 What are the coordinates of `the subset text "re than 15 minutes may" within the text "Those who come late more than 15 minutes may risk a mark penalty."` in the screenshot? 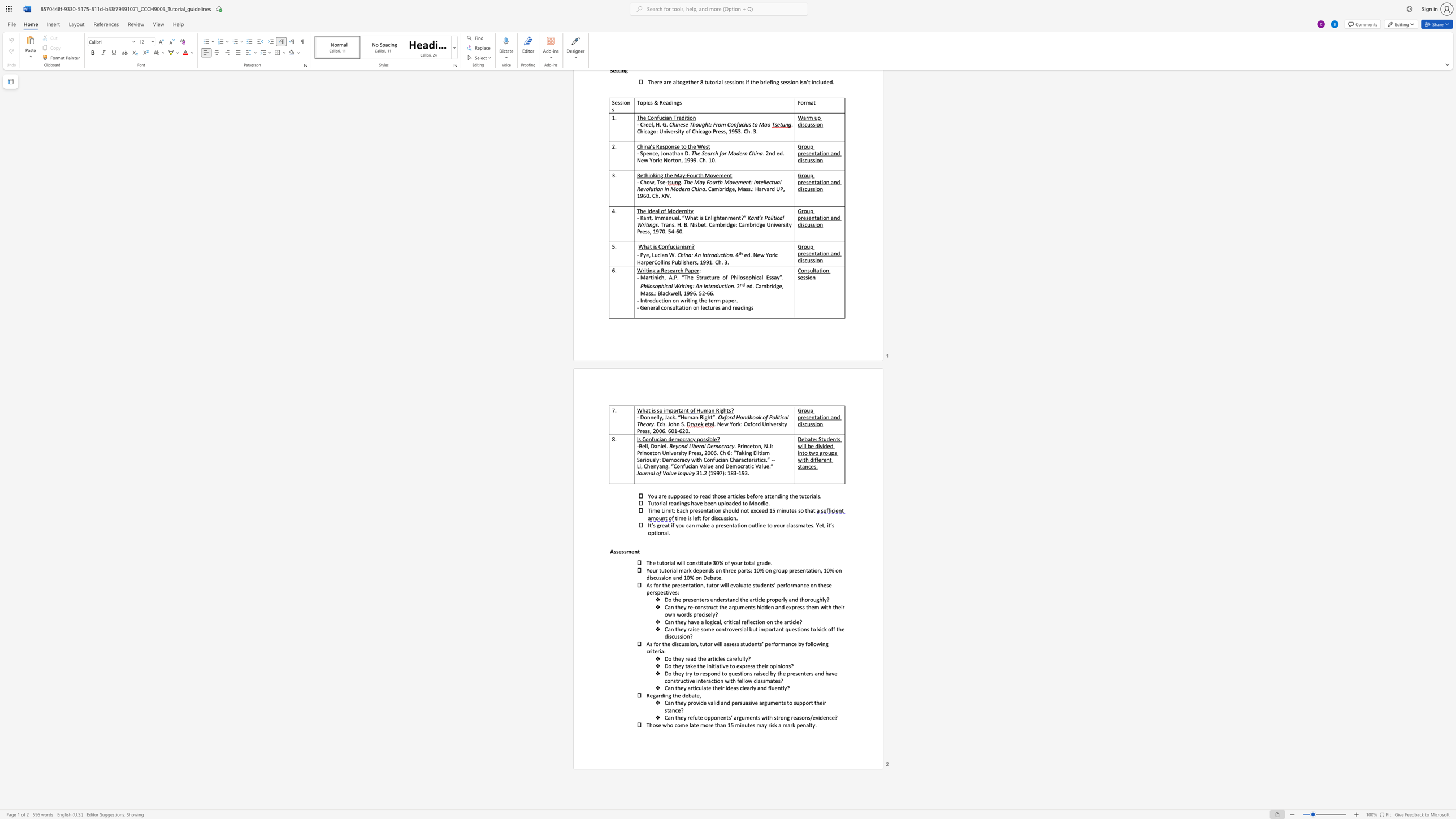 It's located at (708, 724).